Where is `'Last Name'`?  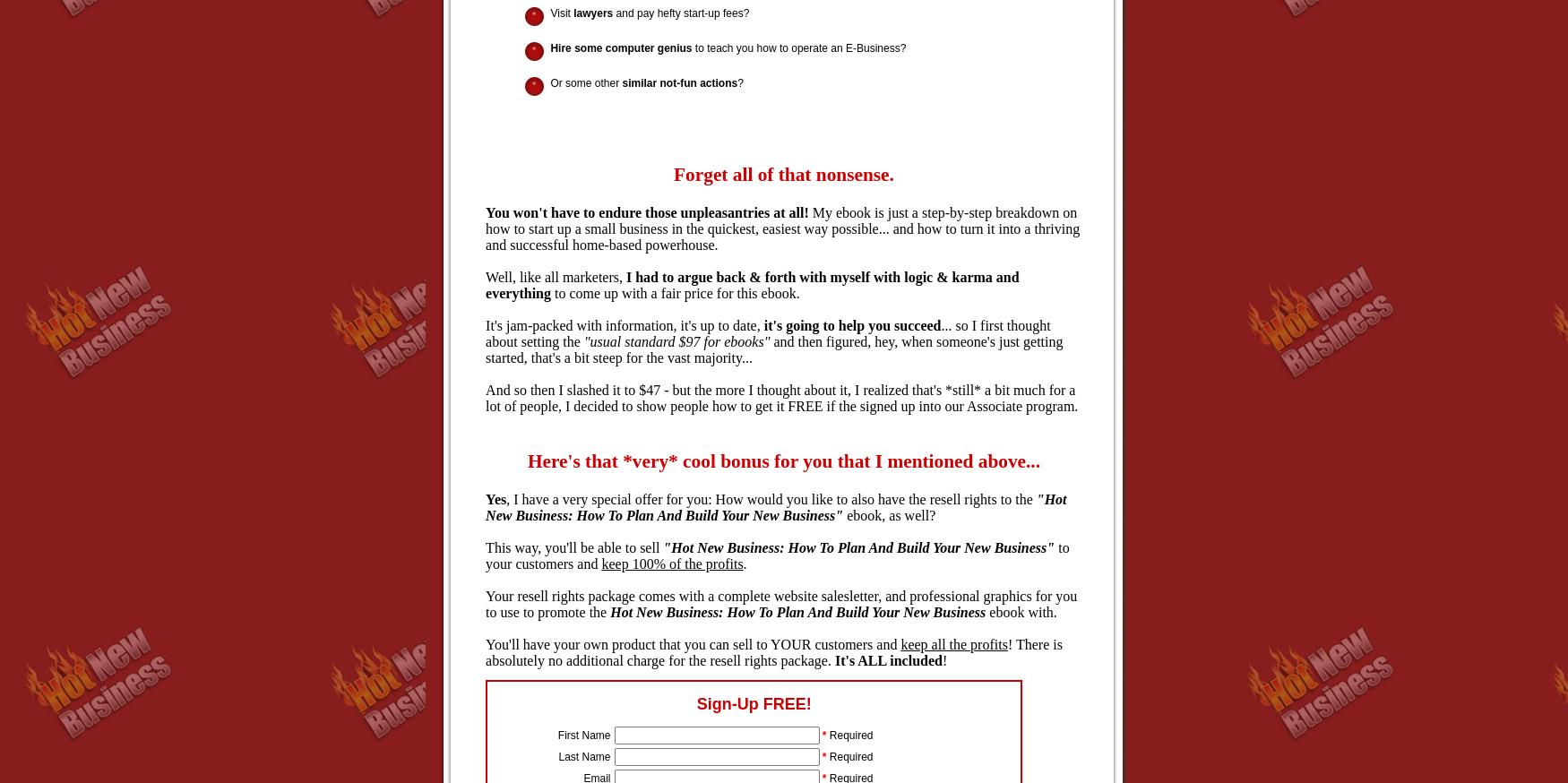 'Last Name' is located at coordinates (583, 756).